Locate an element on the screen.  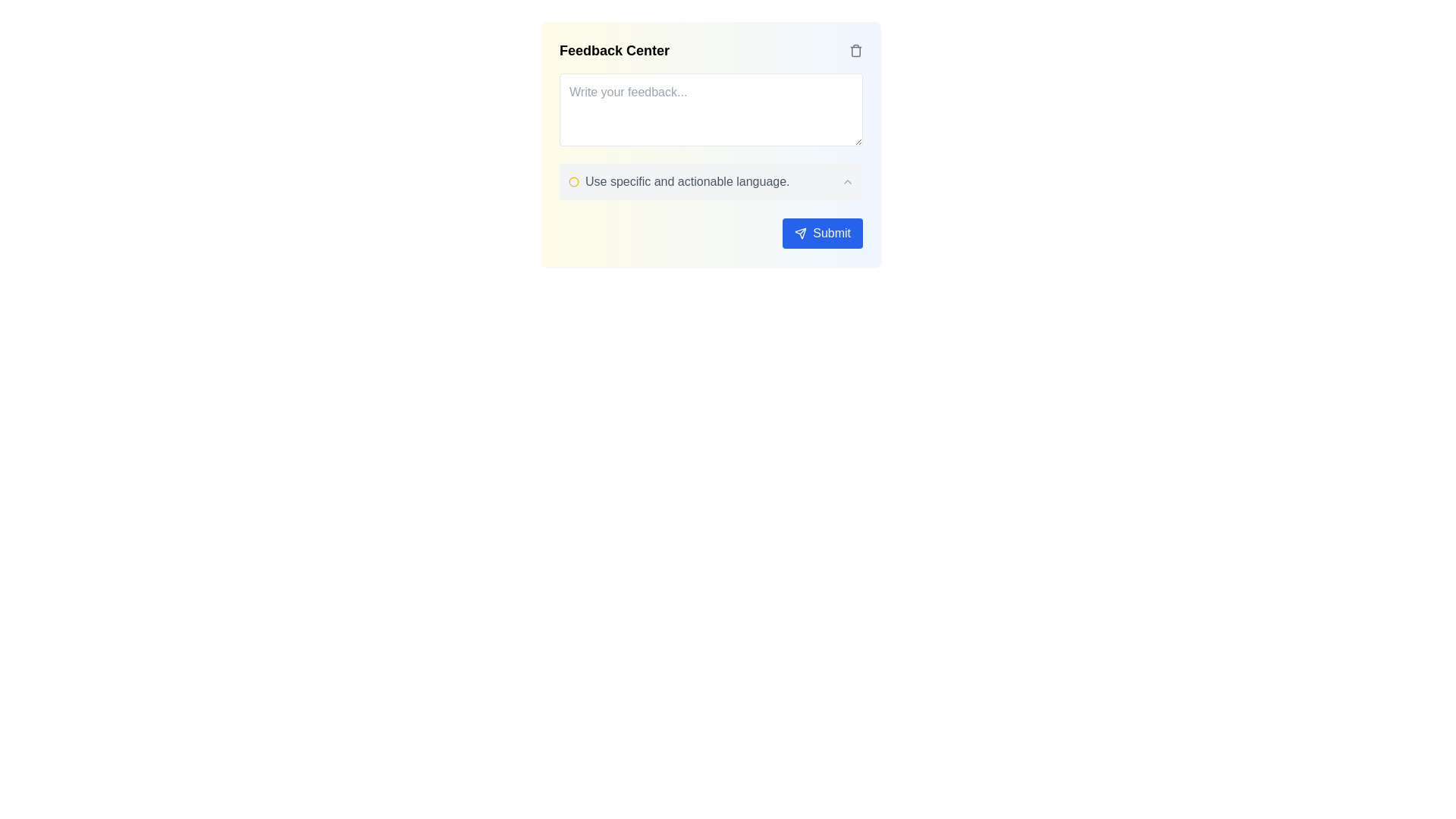
the hollow yellow circular SVG element located within the 'Feedback Center' interface, positioned to the left of the checkbox labeled 'Use specific and actionable language.' is located at coordinates (573, 180).